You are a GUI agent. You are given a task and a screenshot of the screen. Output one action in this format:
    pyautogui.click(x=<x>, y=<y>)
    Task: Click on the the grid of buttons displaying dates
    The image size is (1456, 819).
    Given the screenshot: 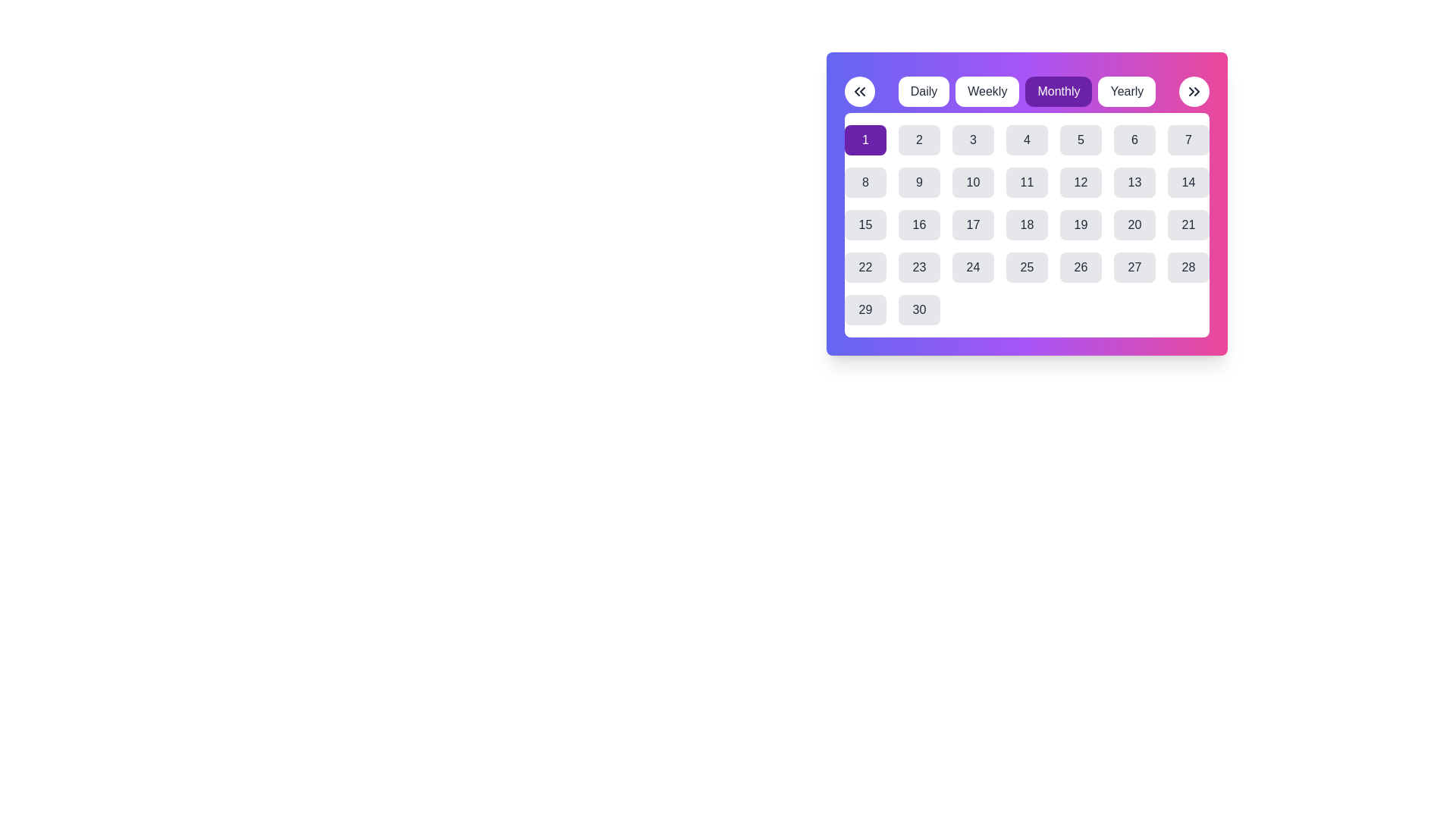 What is the action you would take?
    pyautogui.click(x=1027, y=225)
    